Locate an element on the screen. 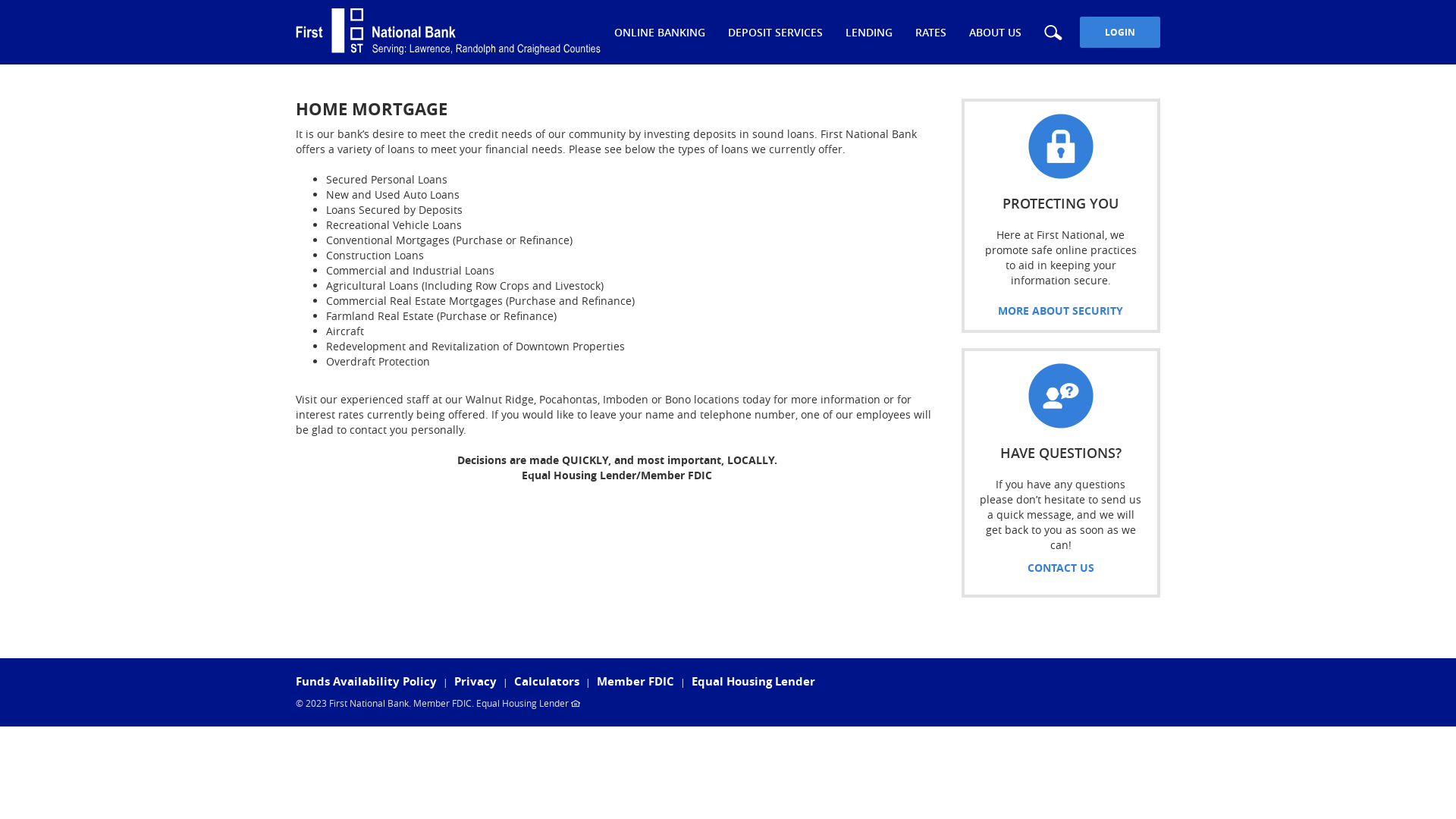  'LOGIN' is located at coordinates (1120, 32).